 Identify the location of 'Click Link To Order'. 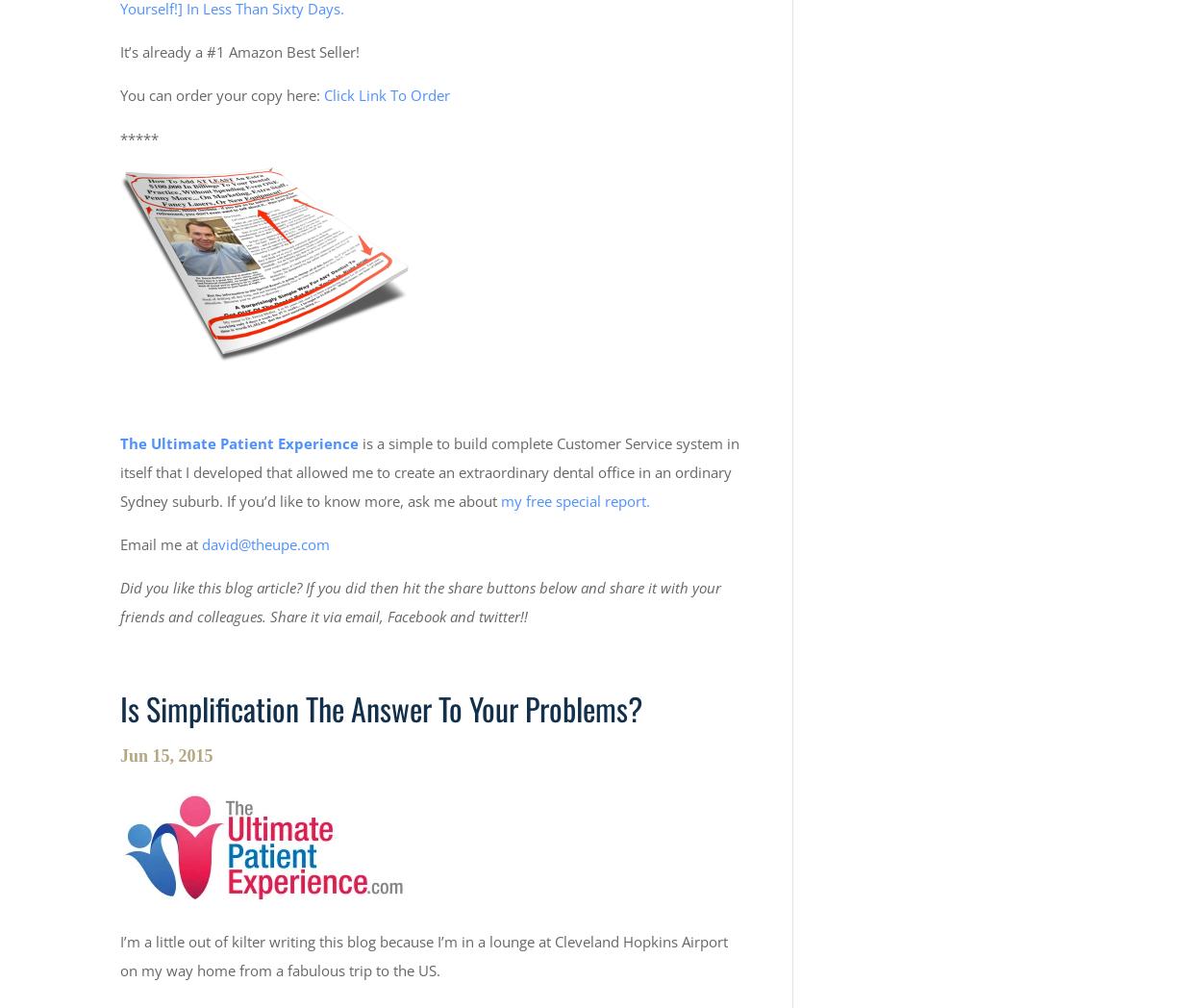
(387, 94).